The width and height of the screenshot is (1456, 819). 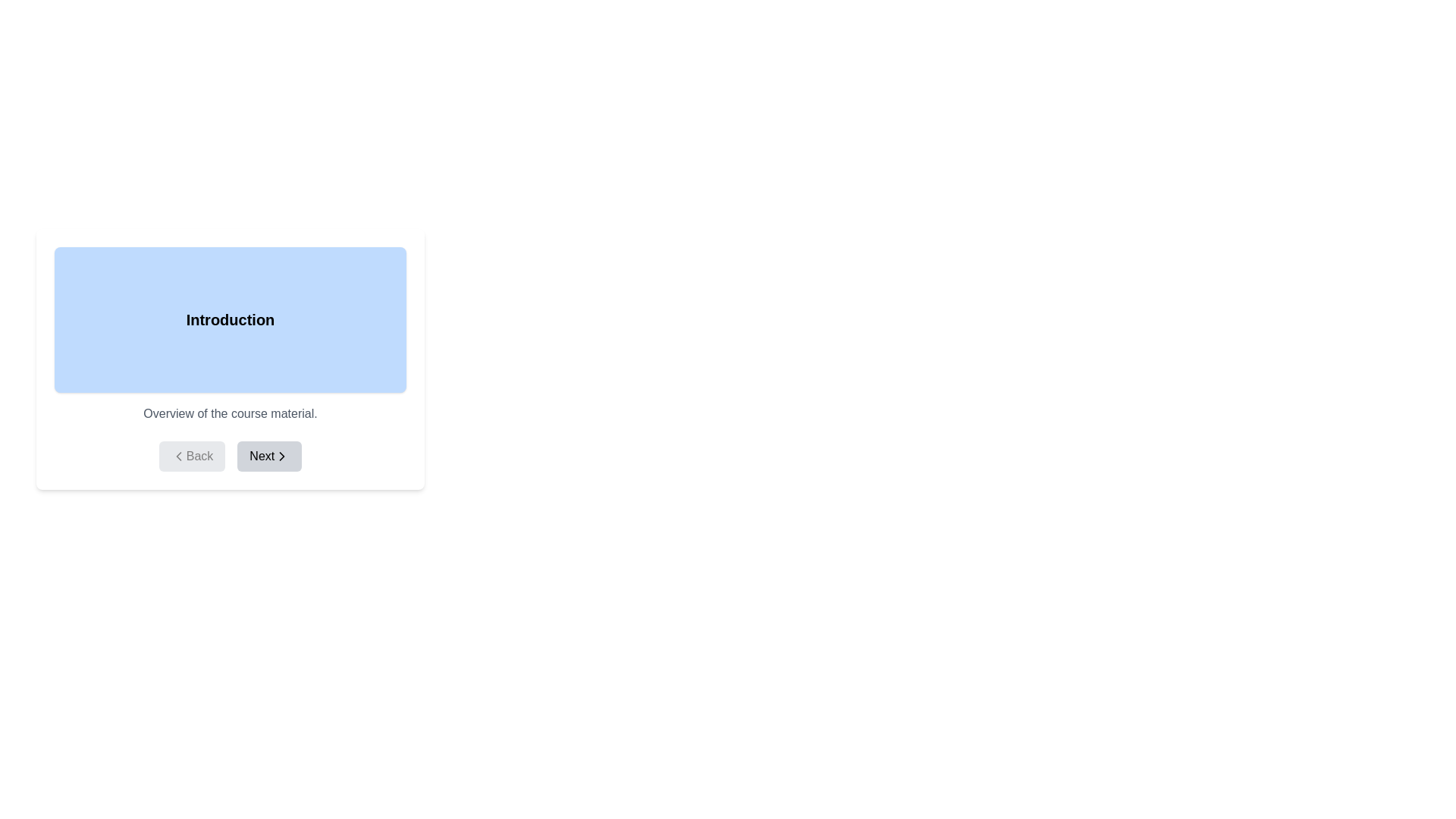 What do you see at coordinates (282, 455) in the screenshot?
I see `the right-facing chevron icon, which is styled in black with a minimalistic design and positioned immediately to the right of the 'Next' button` at bounding box center [282, 455].